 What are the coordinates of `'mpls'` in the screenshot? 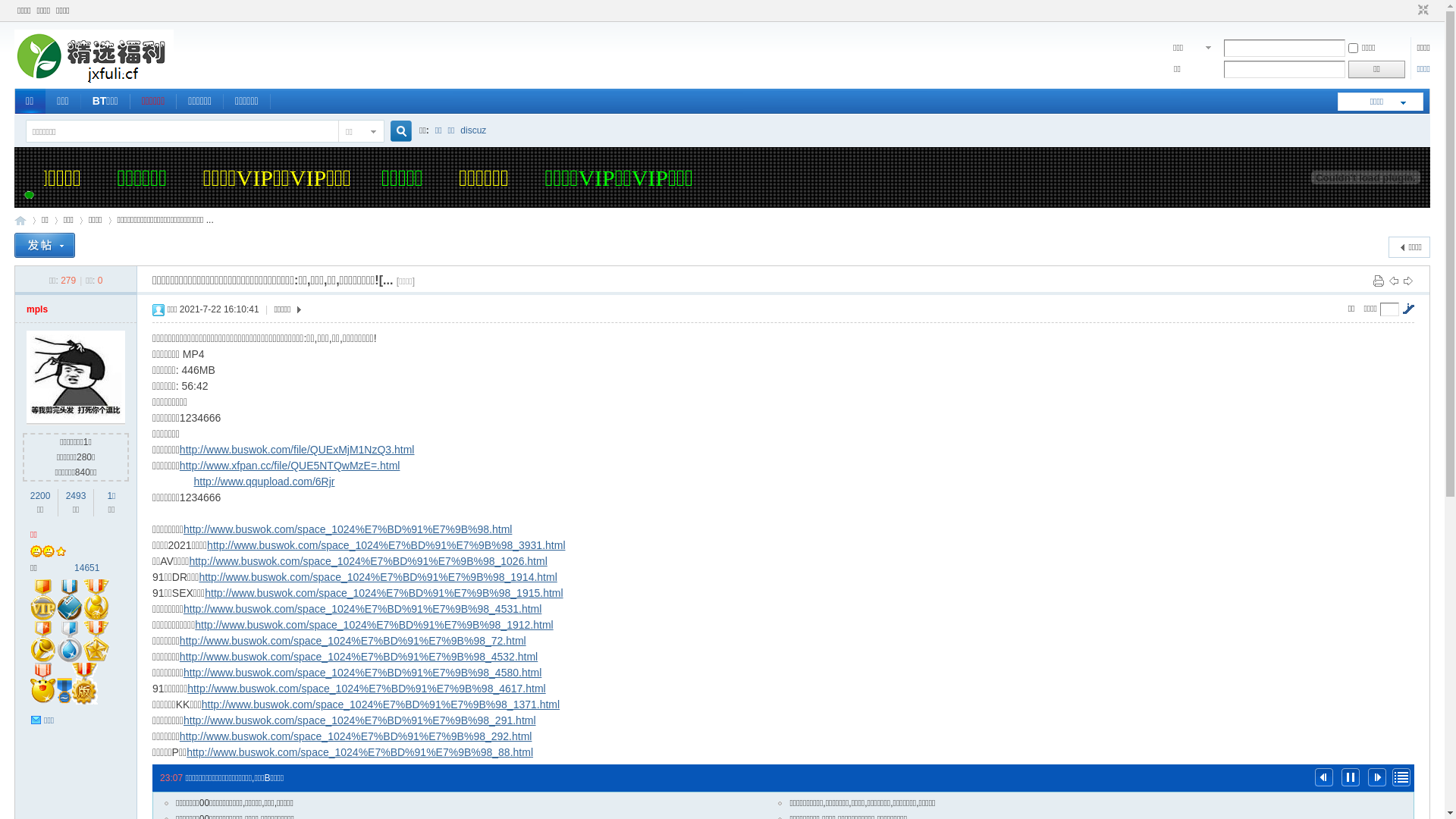 It's located at (36, 309).